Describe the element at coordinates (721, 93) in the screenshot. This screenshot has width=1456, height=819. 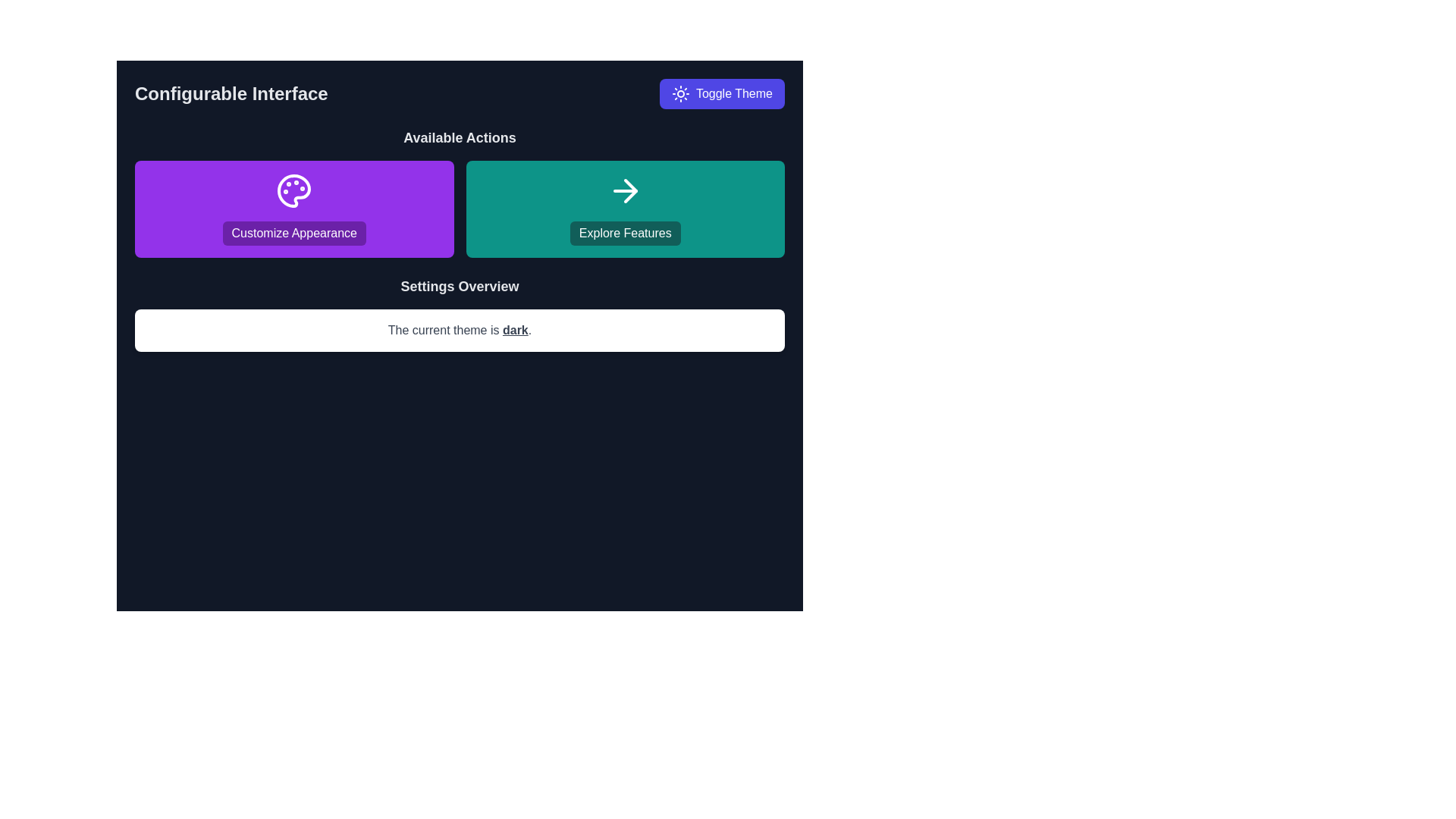
I see `the theme toggle button located in the top-right corner of the interface, adjacent to the header text 'Configurable Interface', to switch between light and dark modes` at that location.